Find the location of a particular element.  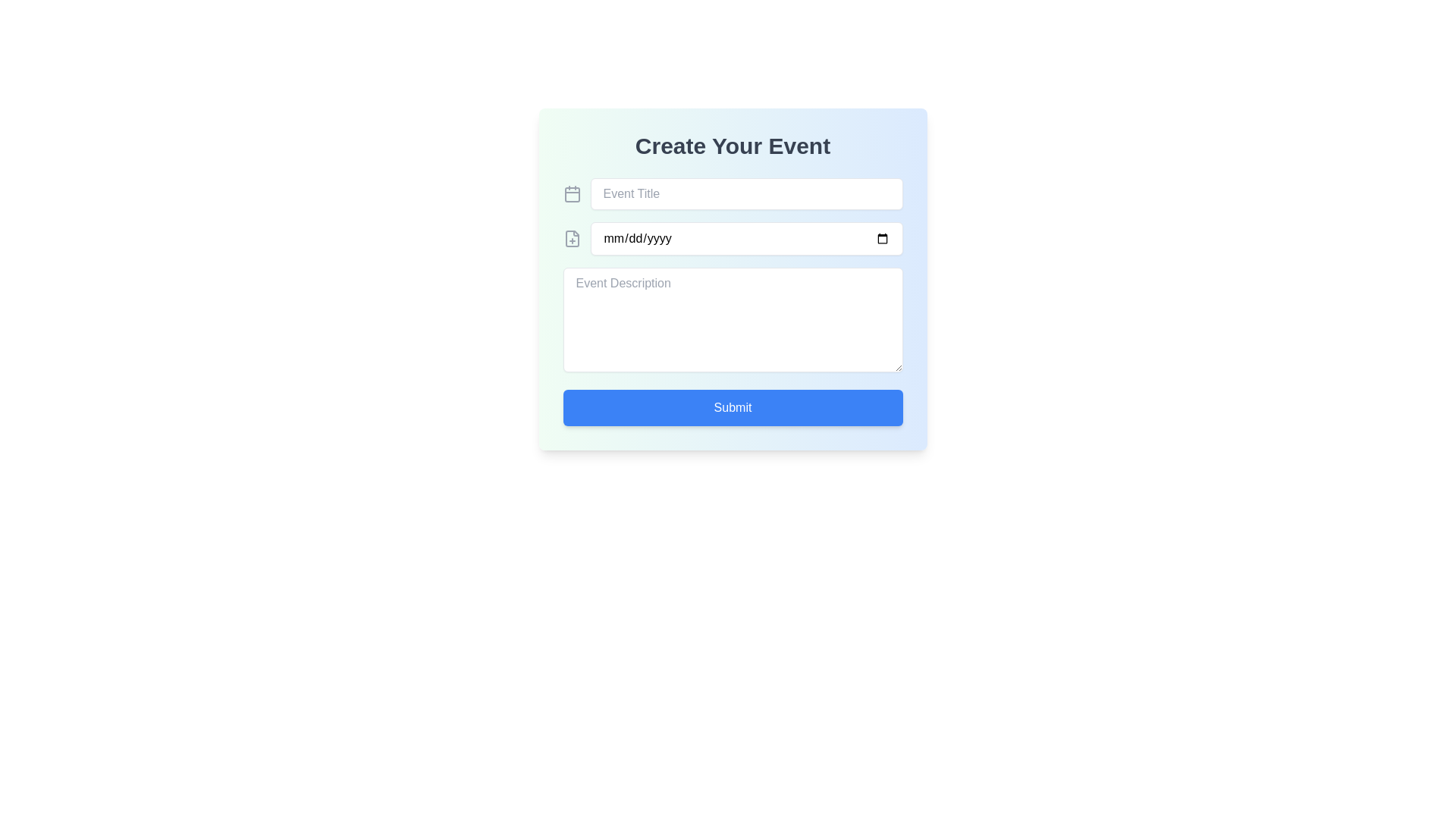

the decorative or informative icon located to the left of the date input field is located at coordinates (571, 239).